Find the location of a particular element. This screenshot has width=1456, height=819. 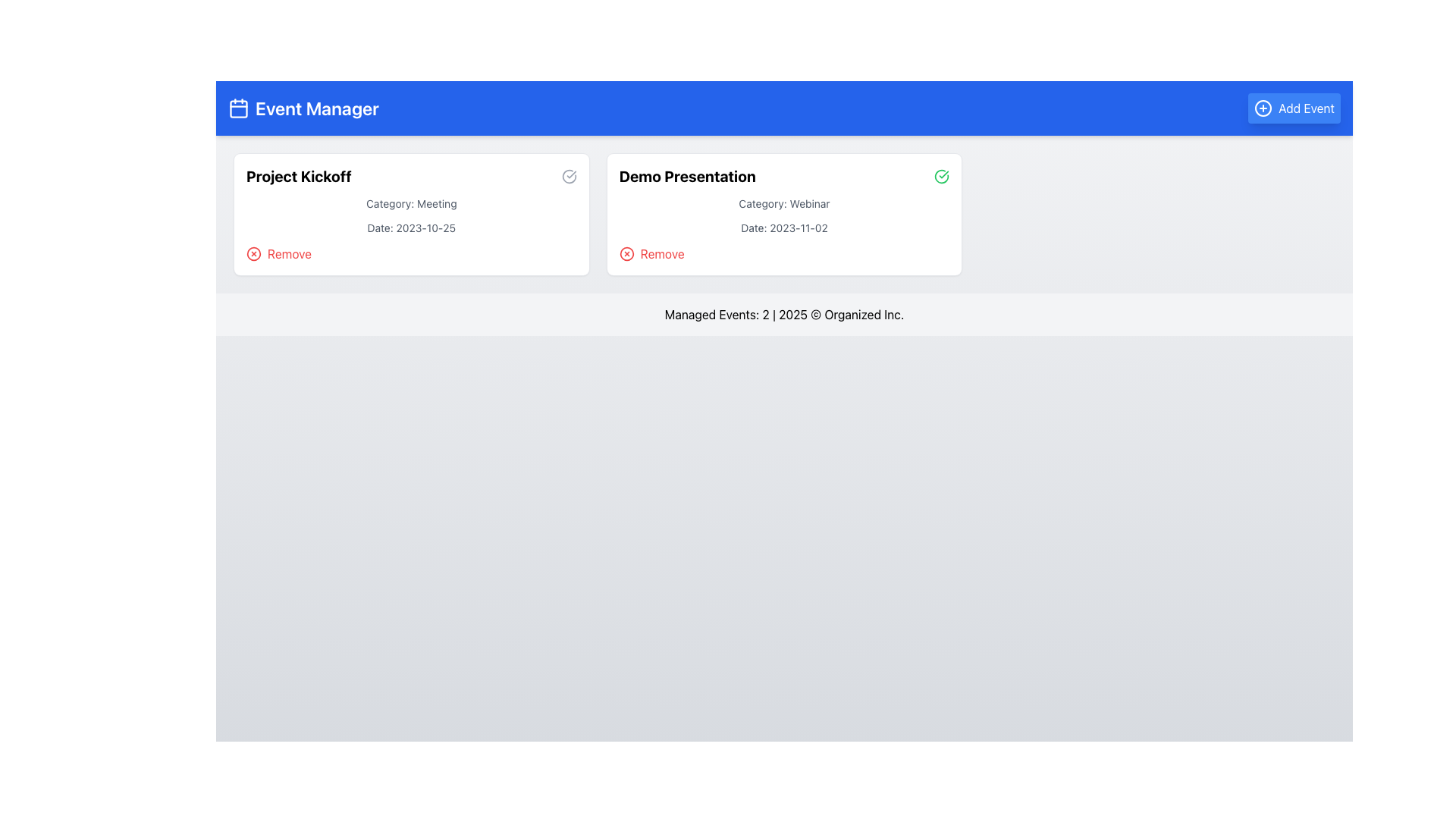

the calendar icon, which is a minimal white outline against a blue background, located at the top-left corner of the blue header bar before the 'Event Manager' title text is located at coordinates (238, 107).